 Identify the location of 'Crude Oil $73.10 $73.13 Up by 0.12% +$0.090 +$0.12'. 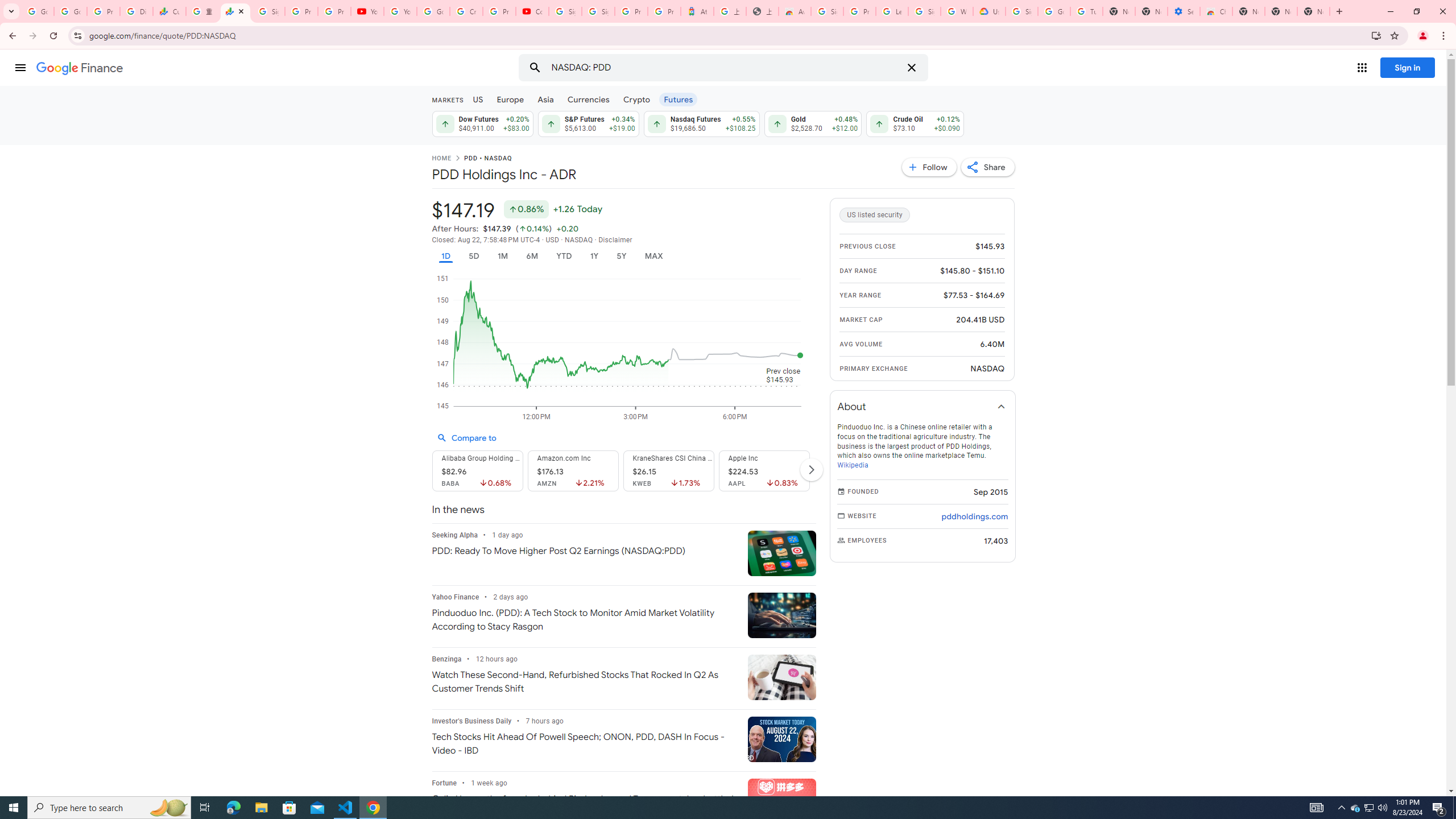
(914, 123).